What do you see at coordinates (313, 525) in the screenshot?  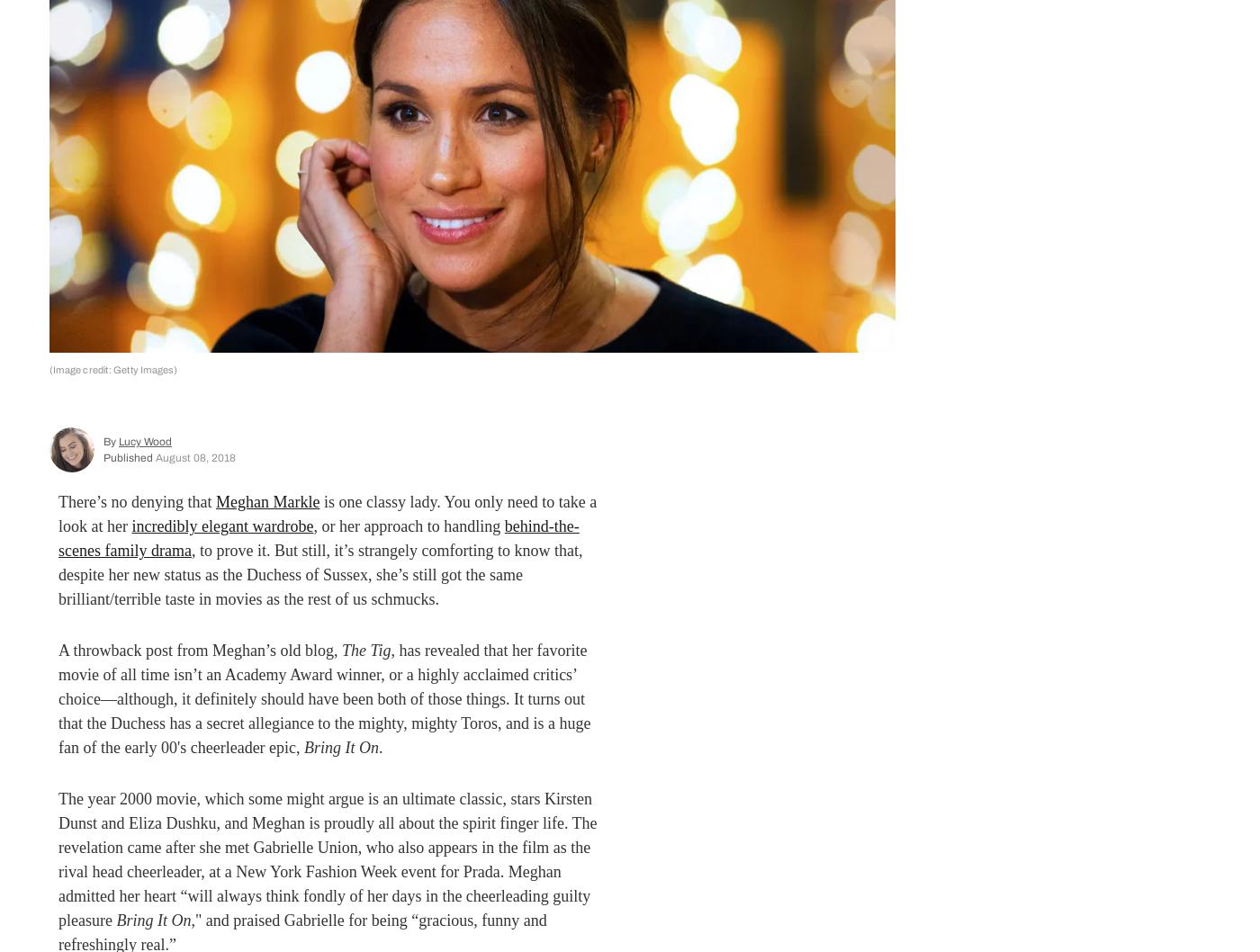 I see `', or her approach to handling'` at bounding box center [313, 525].